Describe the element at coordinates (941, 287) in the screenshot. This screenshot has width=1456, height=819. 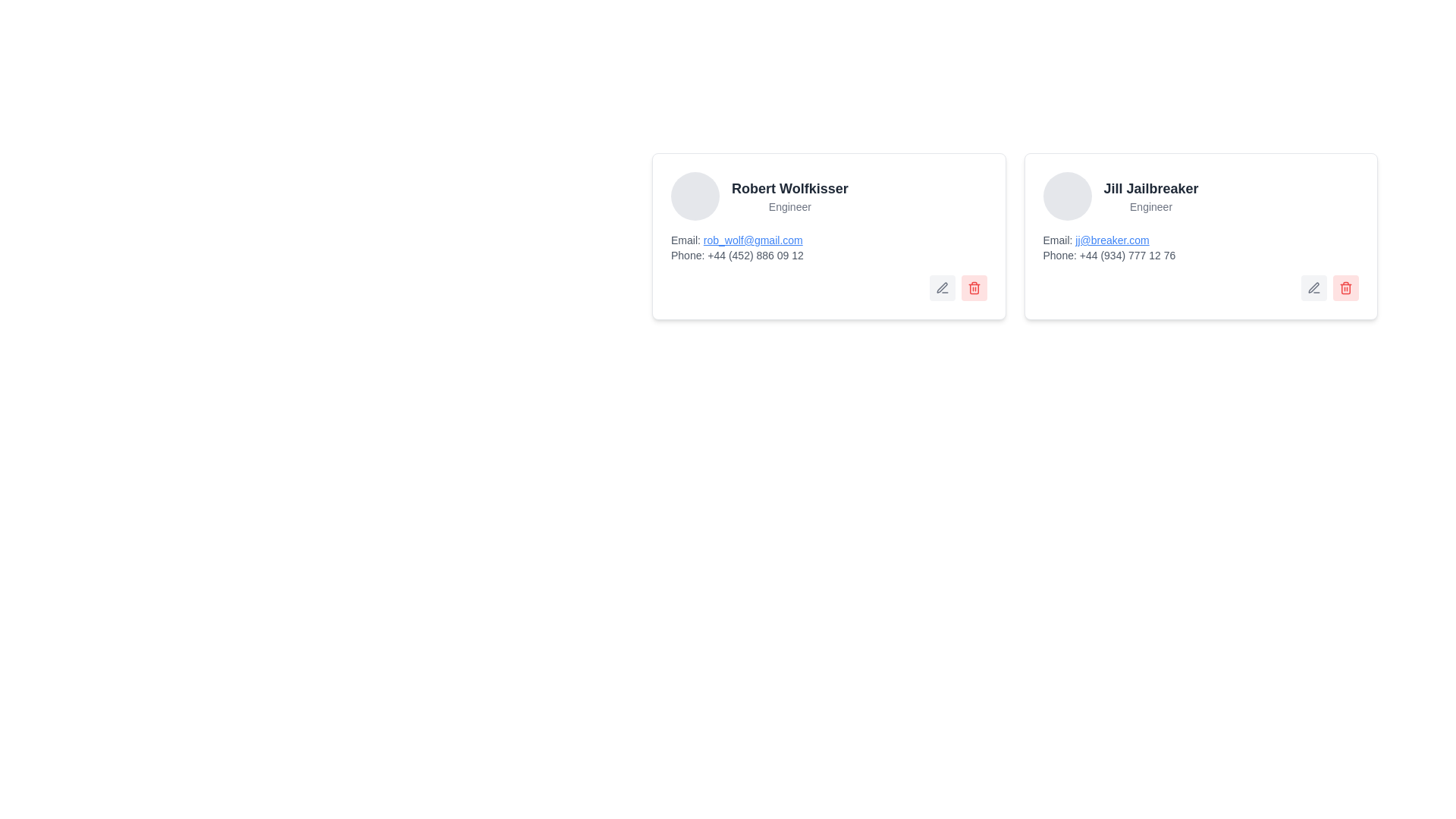
I see `the edit icon located in the bottom-right corner of the card representing the user 'Jill Jailbreaker'` at that location.